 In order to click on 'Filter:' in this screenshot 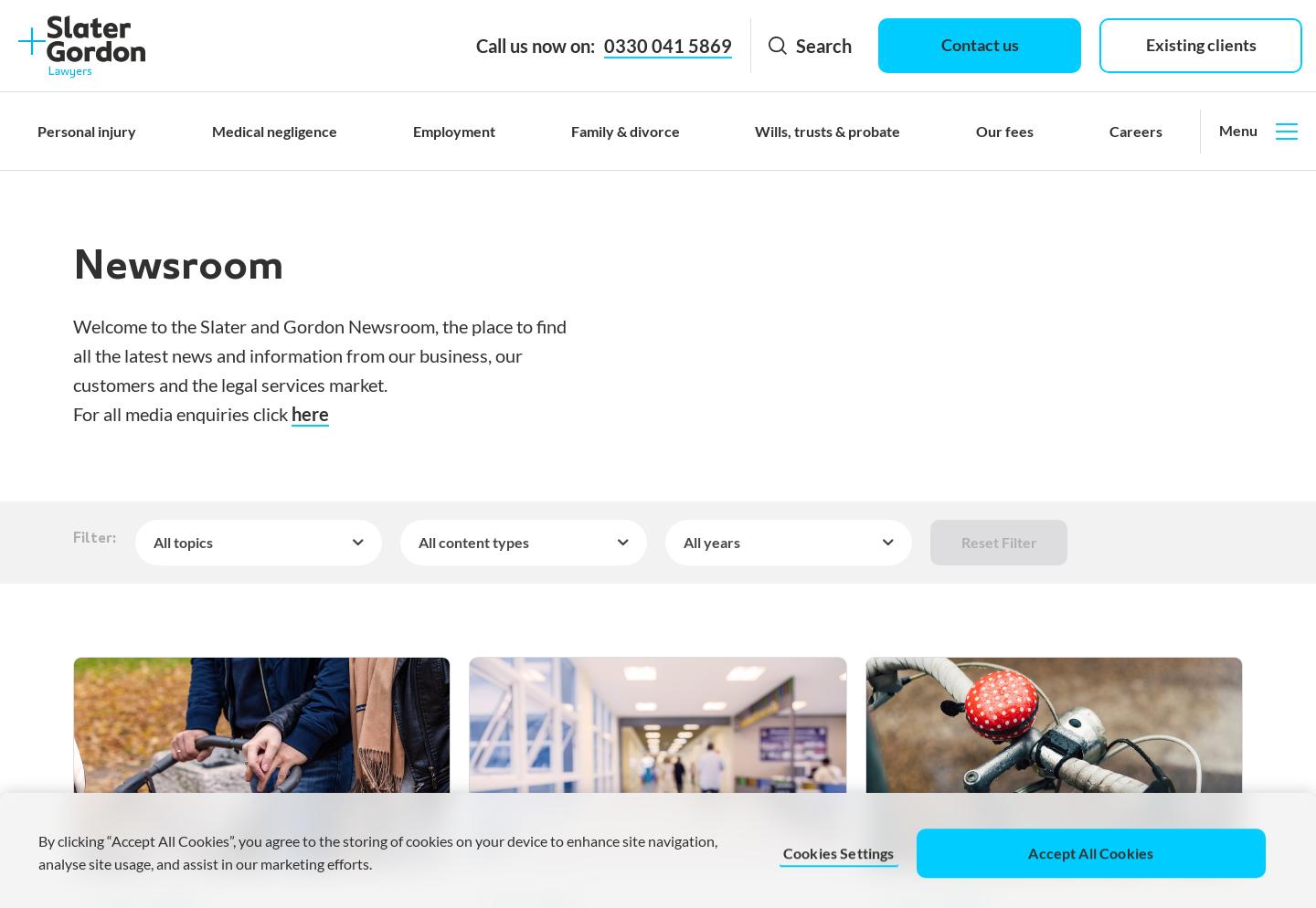, I will do `click(94, 539)`.